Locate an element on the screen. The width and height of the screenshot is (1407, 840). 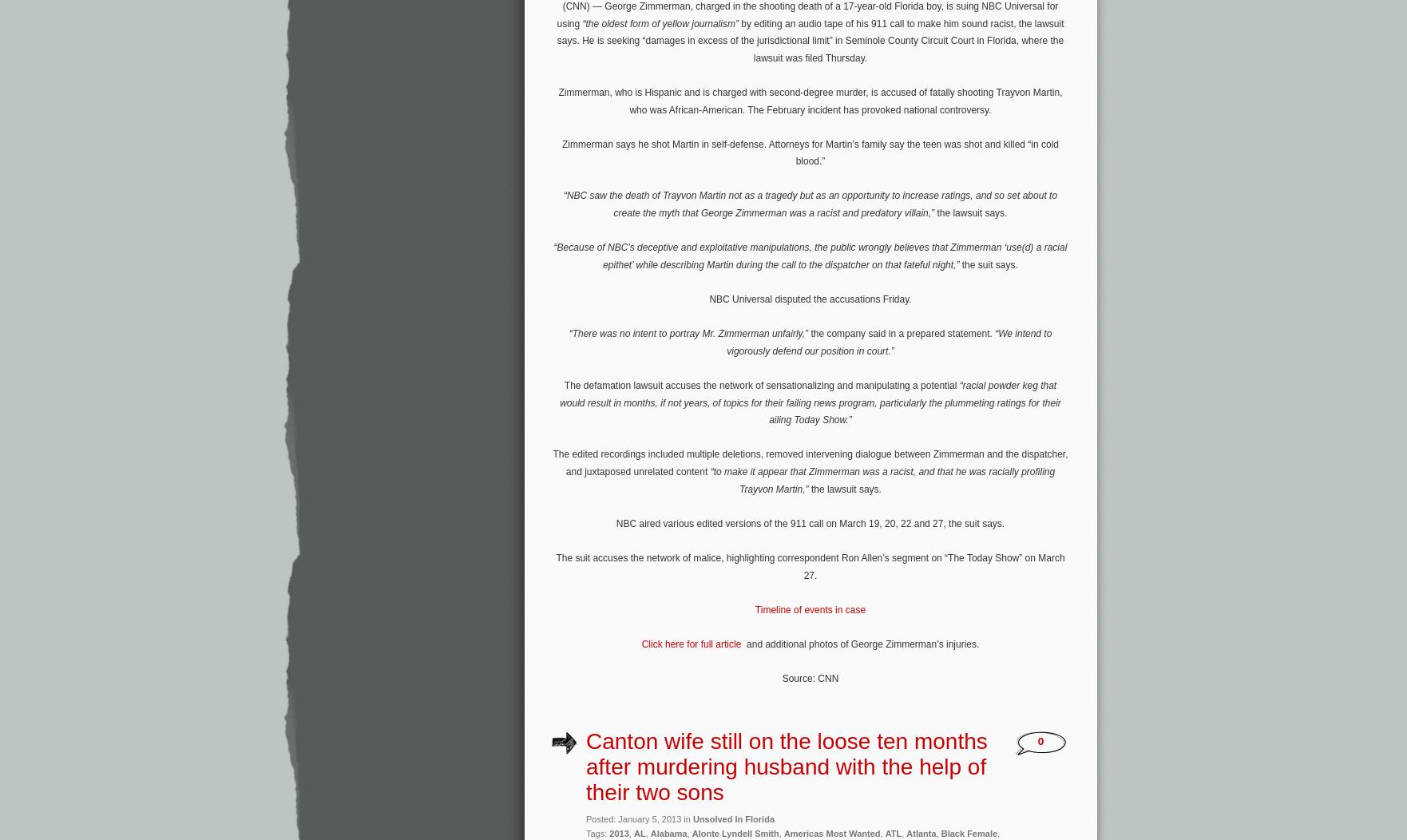
'Timeline of events in case' is located at coordinates (754, 608).